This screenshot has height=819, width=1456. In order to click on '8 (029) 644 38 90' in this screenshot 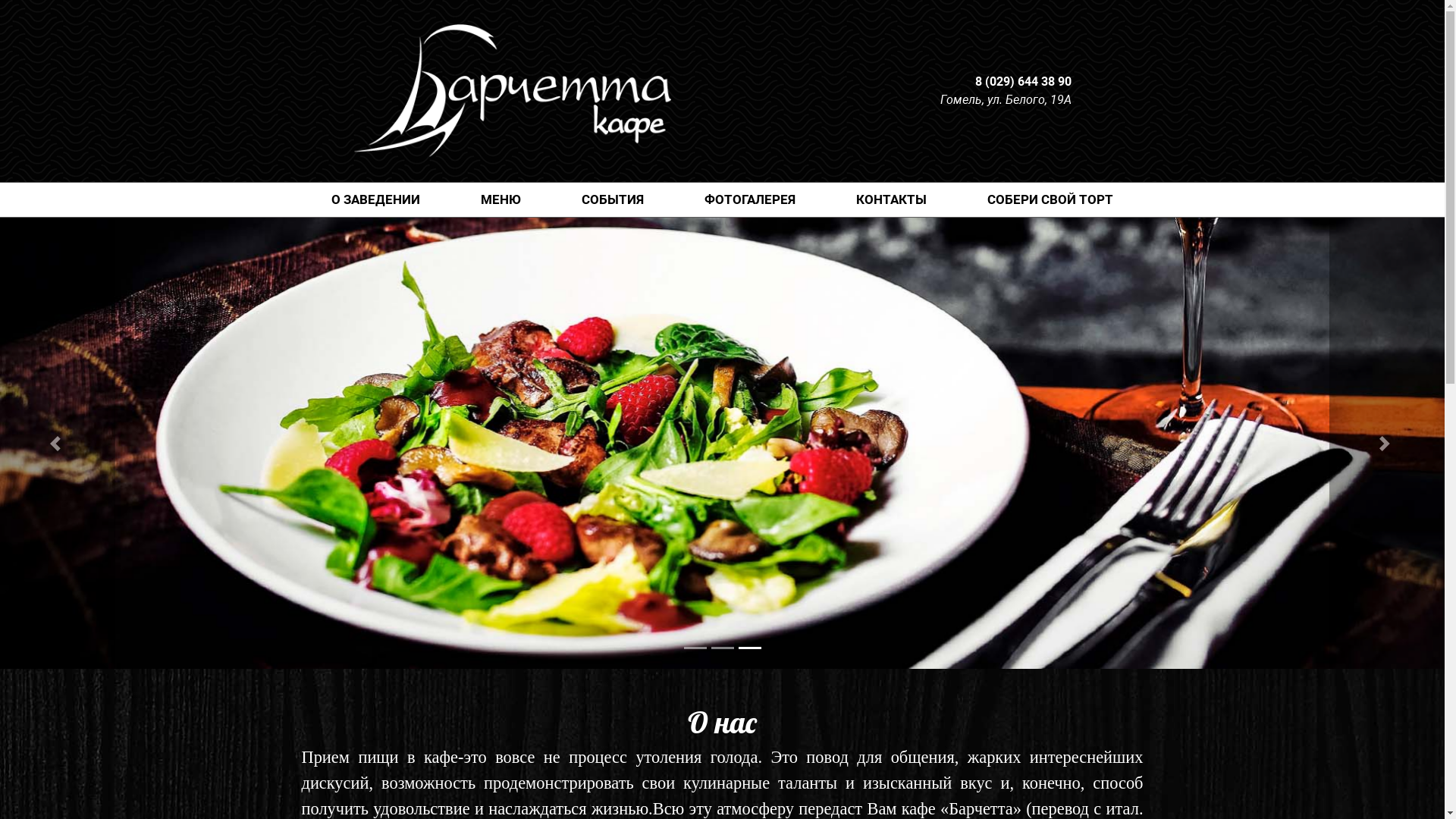, I will do `click(1023, 81)`.